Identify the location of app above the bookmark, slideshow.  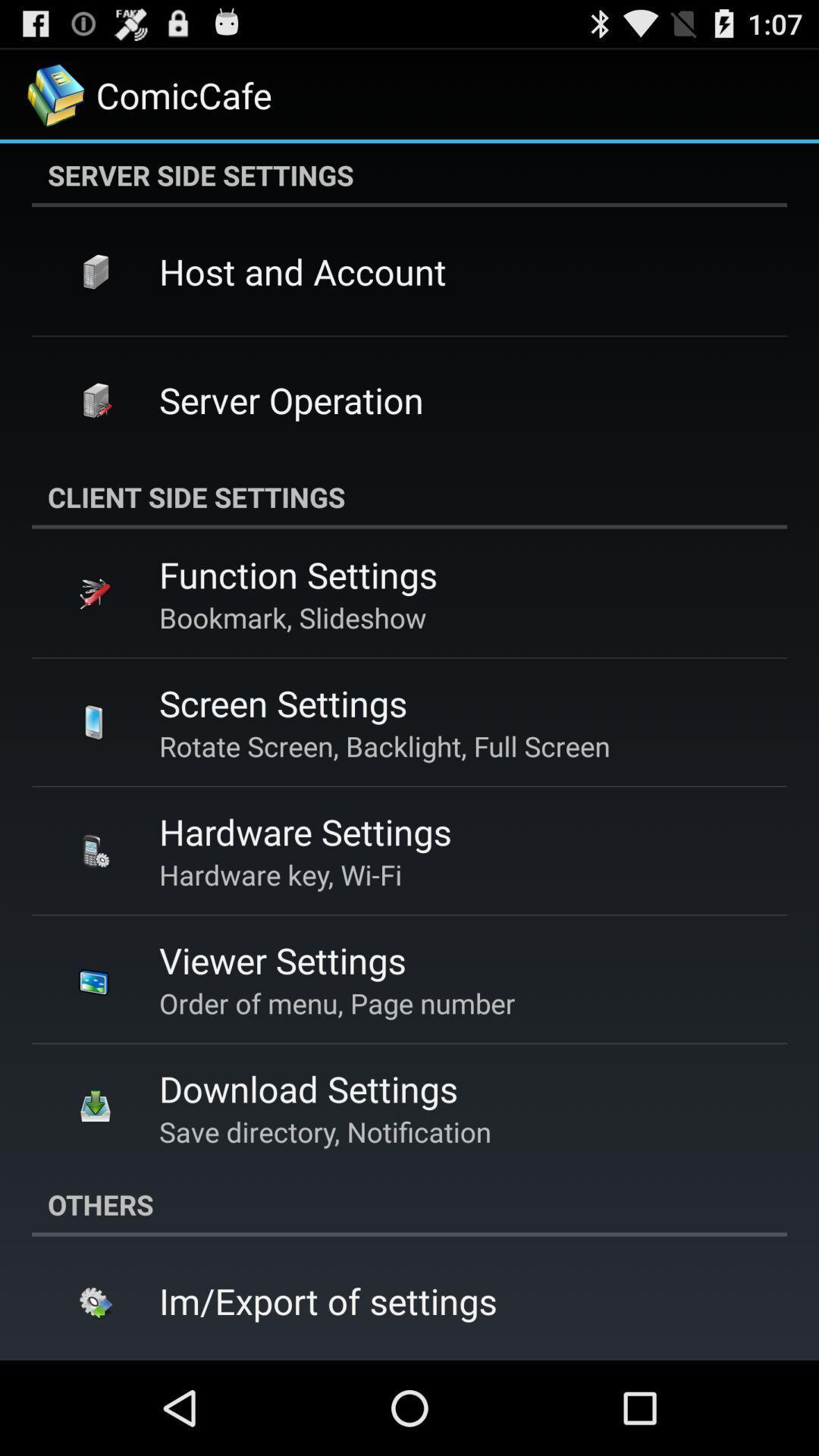
(298, 573).